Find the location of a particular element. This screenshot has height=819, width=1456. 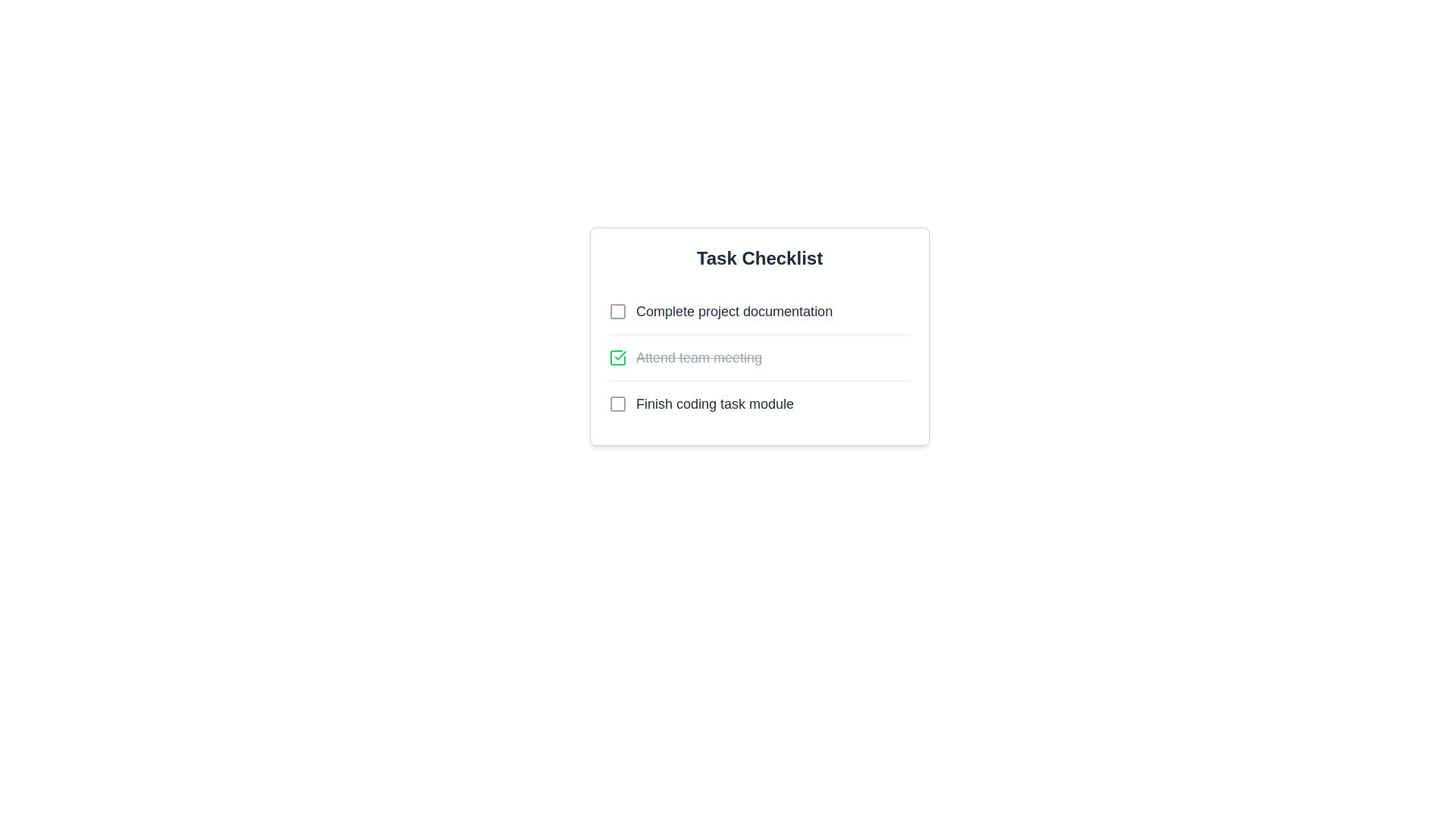

the first checklist item labeled 'Complete project documentation' is located at coordinates (760, 311).